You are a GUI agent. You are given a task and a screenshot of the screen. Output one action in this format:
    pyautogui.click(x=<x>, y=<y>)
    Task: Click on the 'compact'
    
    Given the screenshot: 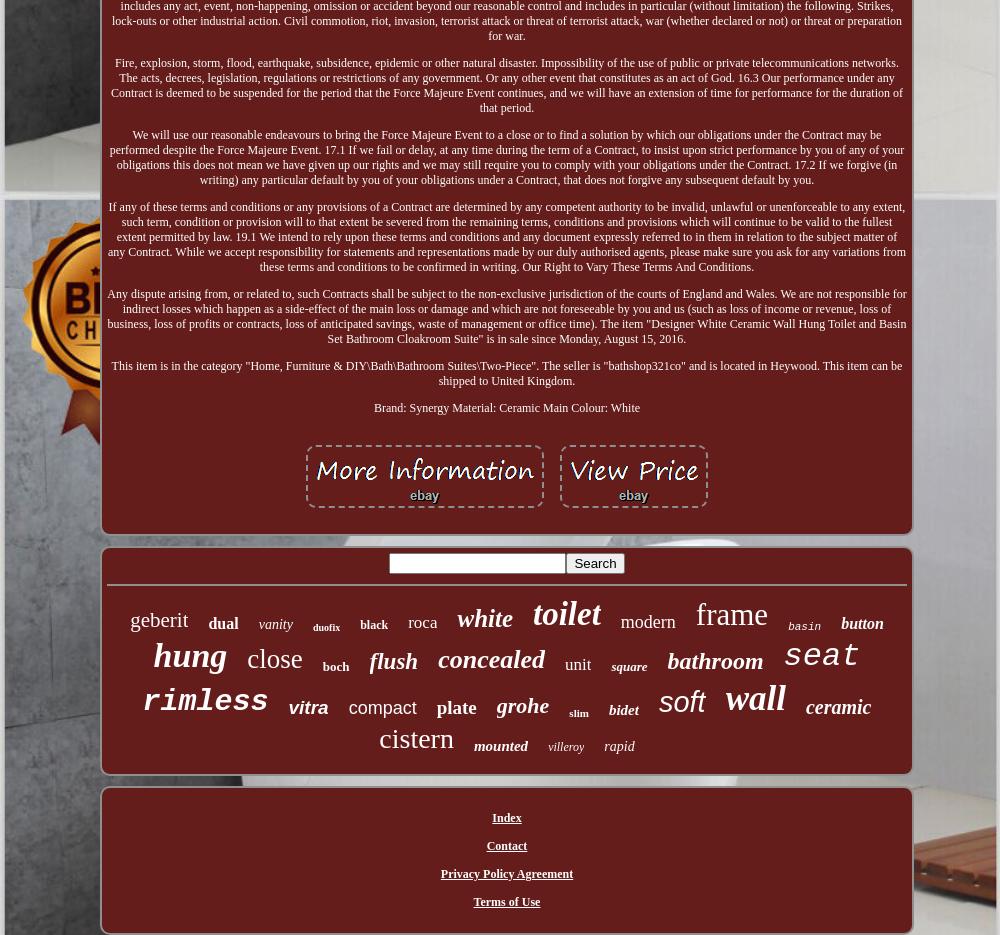 What is the action you would take?
    pyautogui.click(x=382, y=705)
    